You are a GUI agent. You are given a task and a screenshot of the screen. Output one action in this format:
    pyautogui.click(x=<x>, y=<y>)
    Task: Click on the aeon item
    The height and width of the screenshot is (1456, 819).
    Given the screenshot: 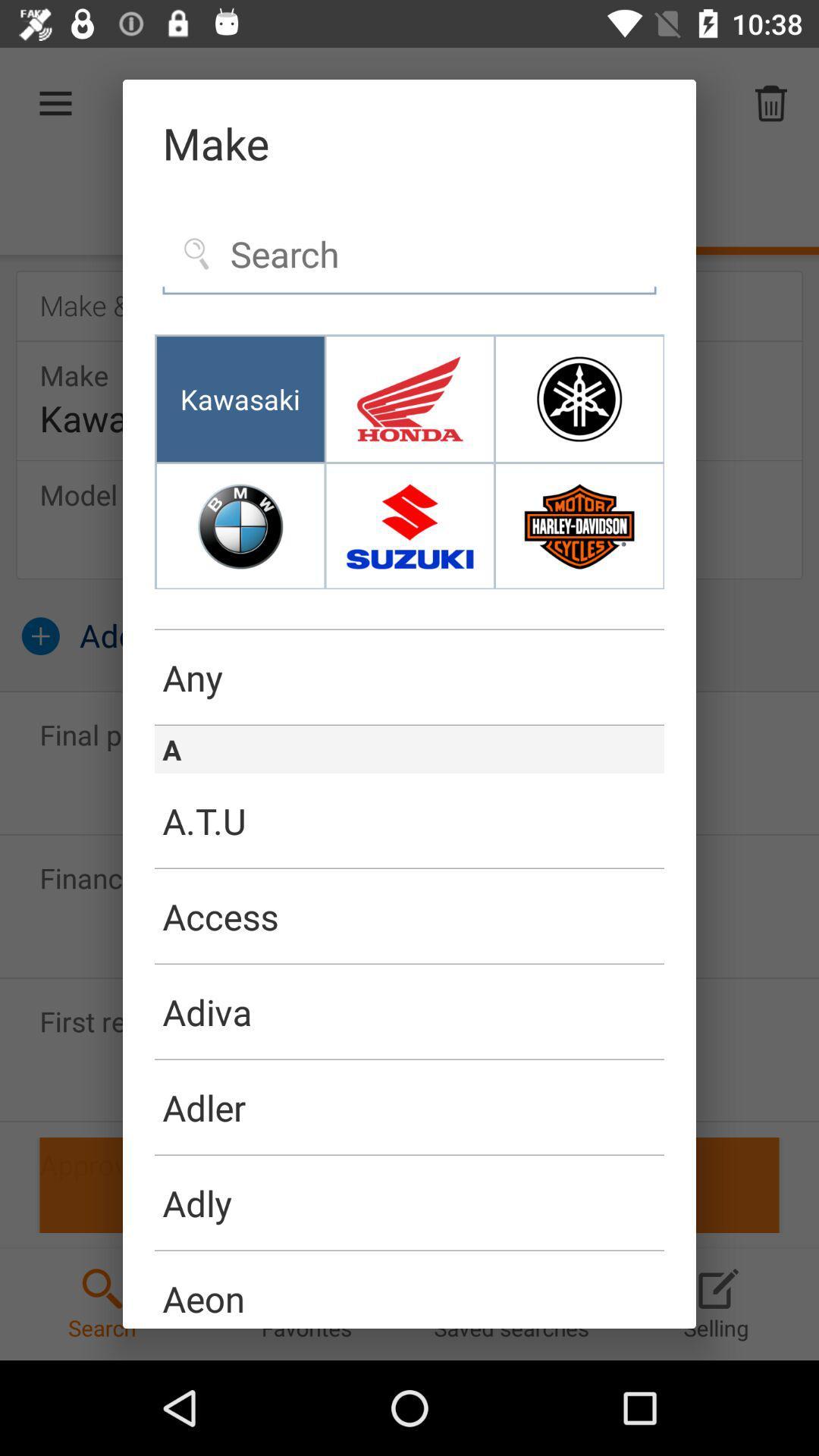 What is the action you would take?
    pyautogui.click(x=409, y=1288)
    